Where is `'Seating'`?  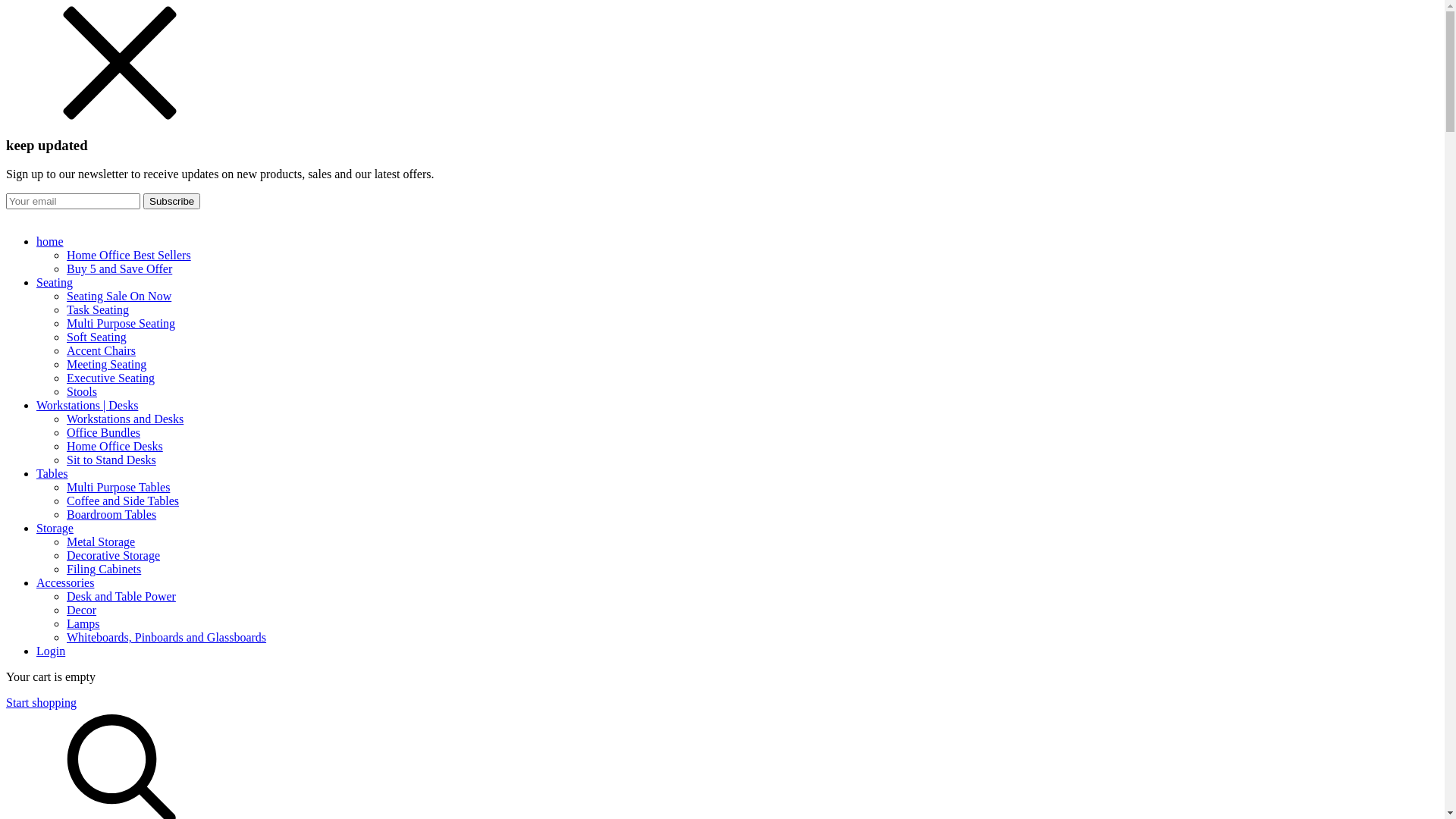 'Seating' is located at coordinates (737, 283).